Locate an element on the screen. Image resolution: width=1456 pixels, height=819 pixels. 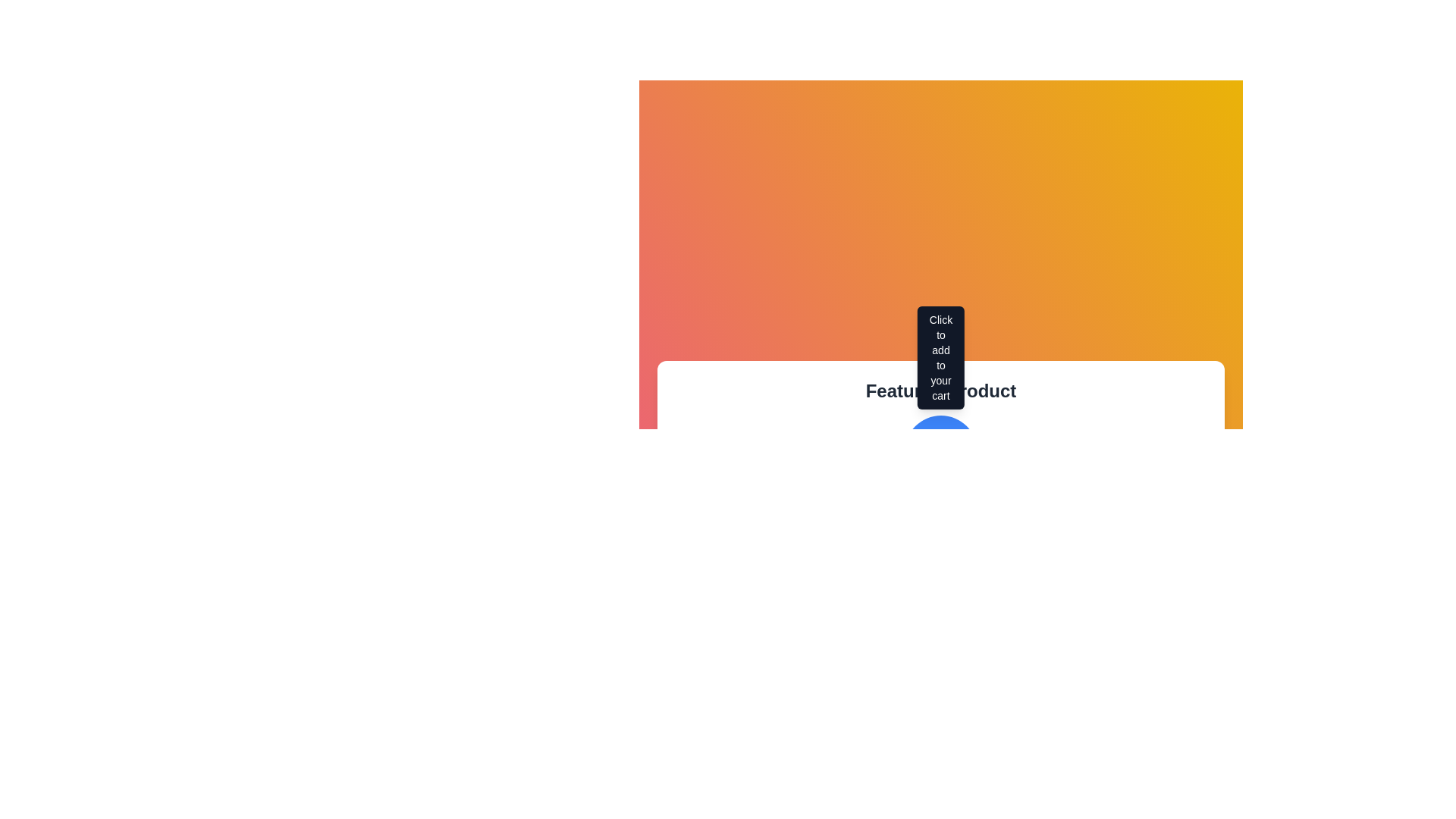
the tooltip element providing information about the shopping cart button for accessibility purposes is located at coordinates (940, 357).